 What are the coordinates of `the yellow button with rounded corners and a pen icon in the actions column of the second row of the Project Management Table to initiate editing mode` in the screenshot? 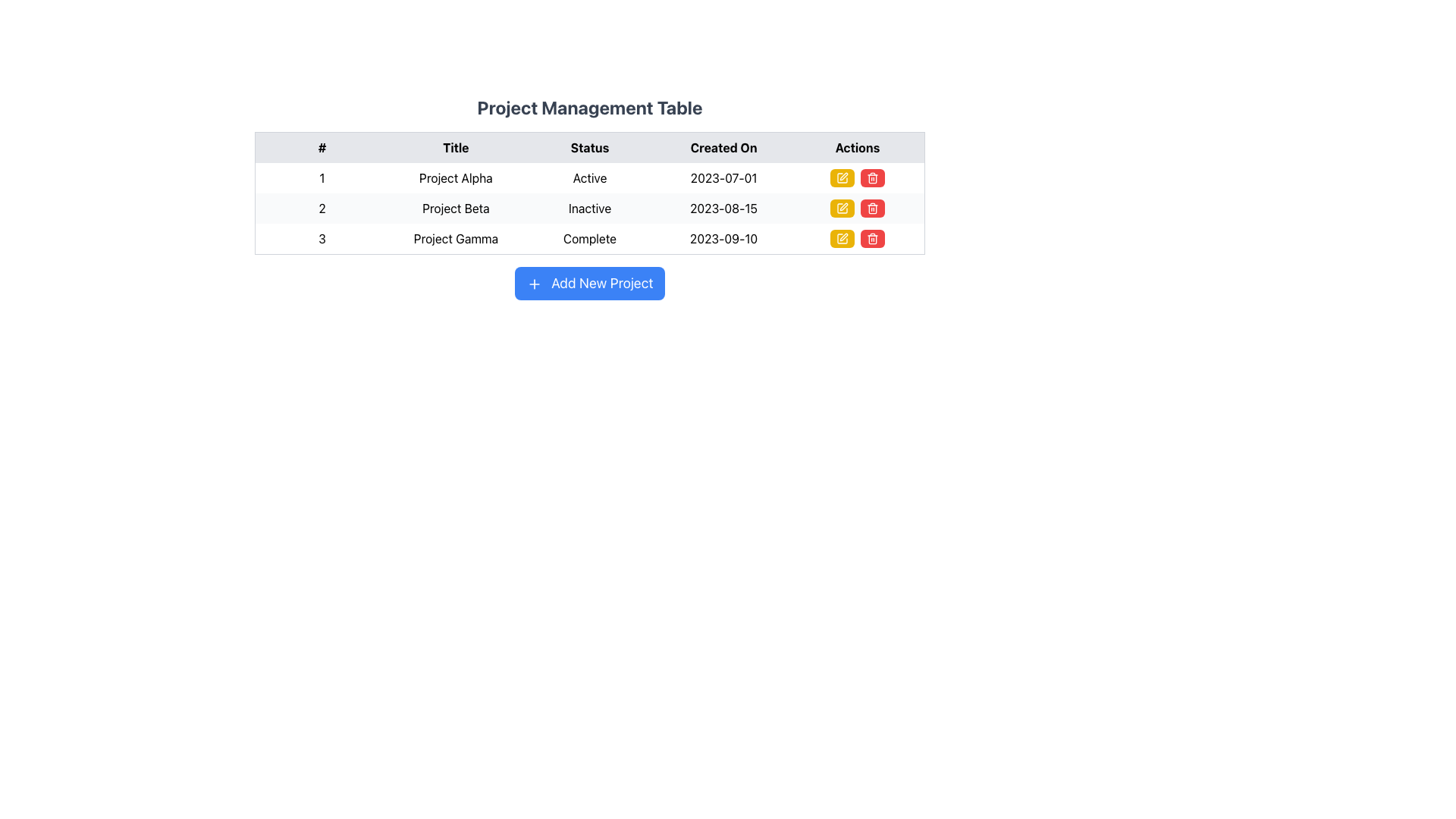 It's located at (841, 208).